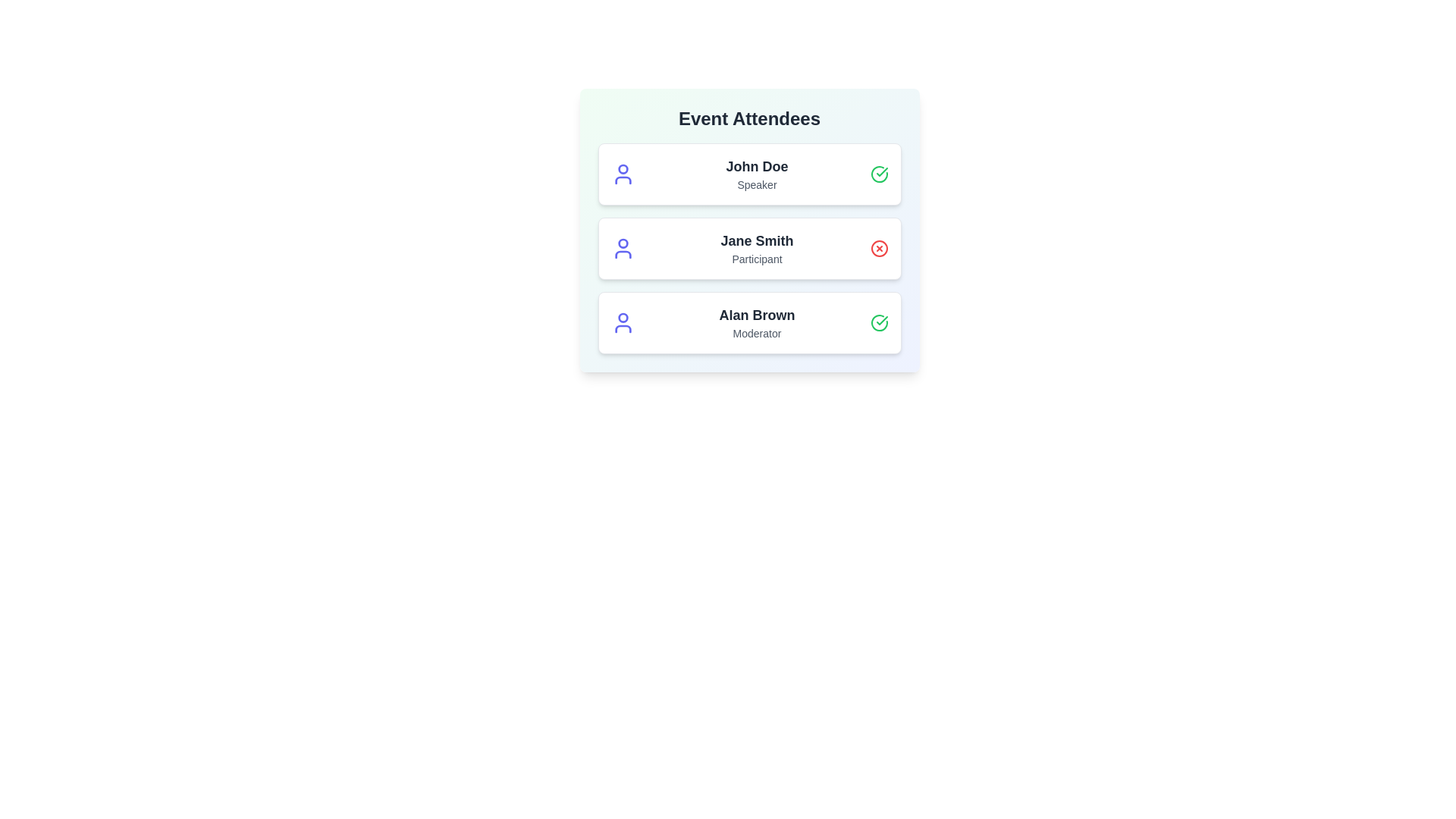 The image size is (1456, 819). What do you see at coordinates (757, 166) in the screenshot?
I see `the name of an attendee to view their details. The attendee can be selected using the parameter John Doe` at bounding box center [757, 166].